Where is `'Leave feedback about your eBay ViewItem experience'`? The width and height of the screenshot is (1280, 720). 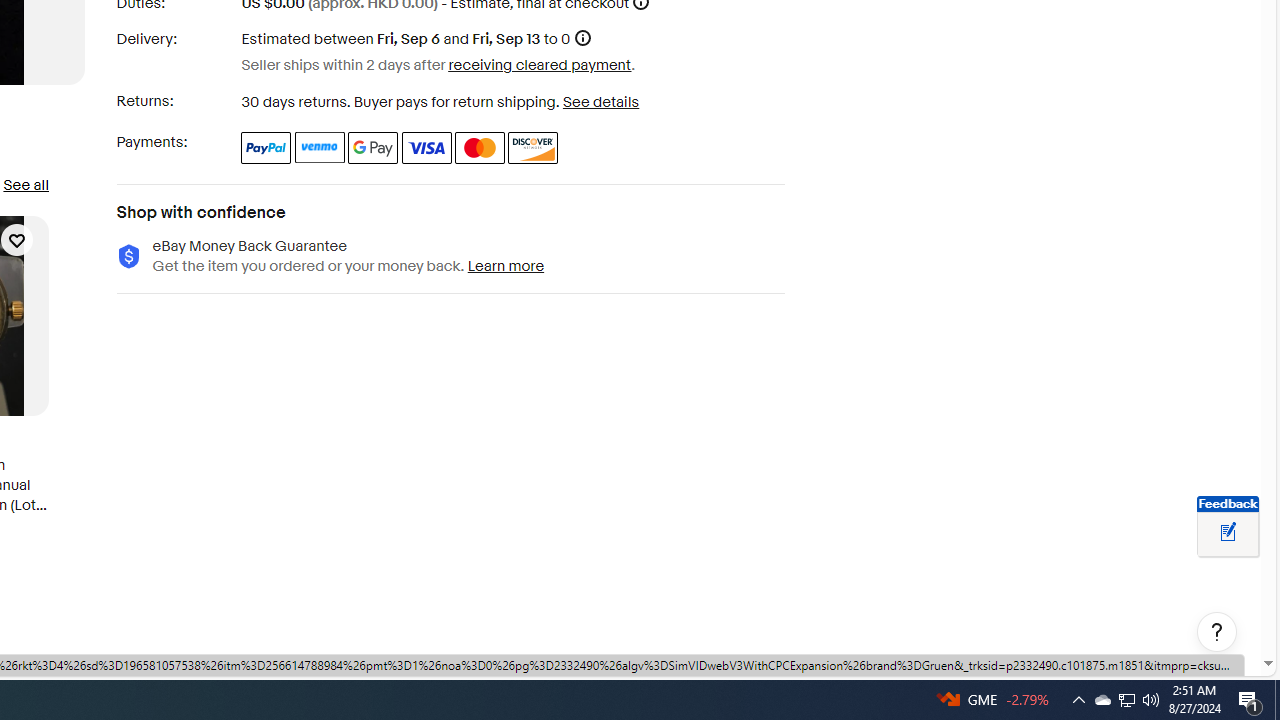
'Leave feedback about your eBay ViewItem experience' is located at coordinates (1227, 532).